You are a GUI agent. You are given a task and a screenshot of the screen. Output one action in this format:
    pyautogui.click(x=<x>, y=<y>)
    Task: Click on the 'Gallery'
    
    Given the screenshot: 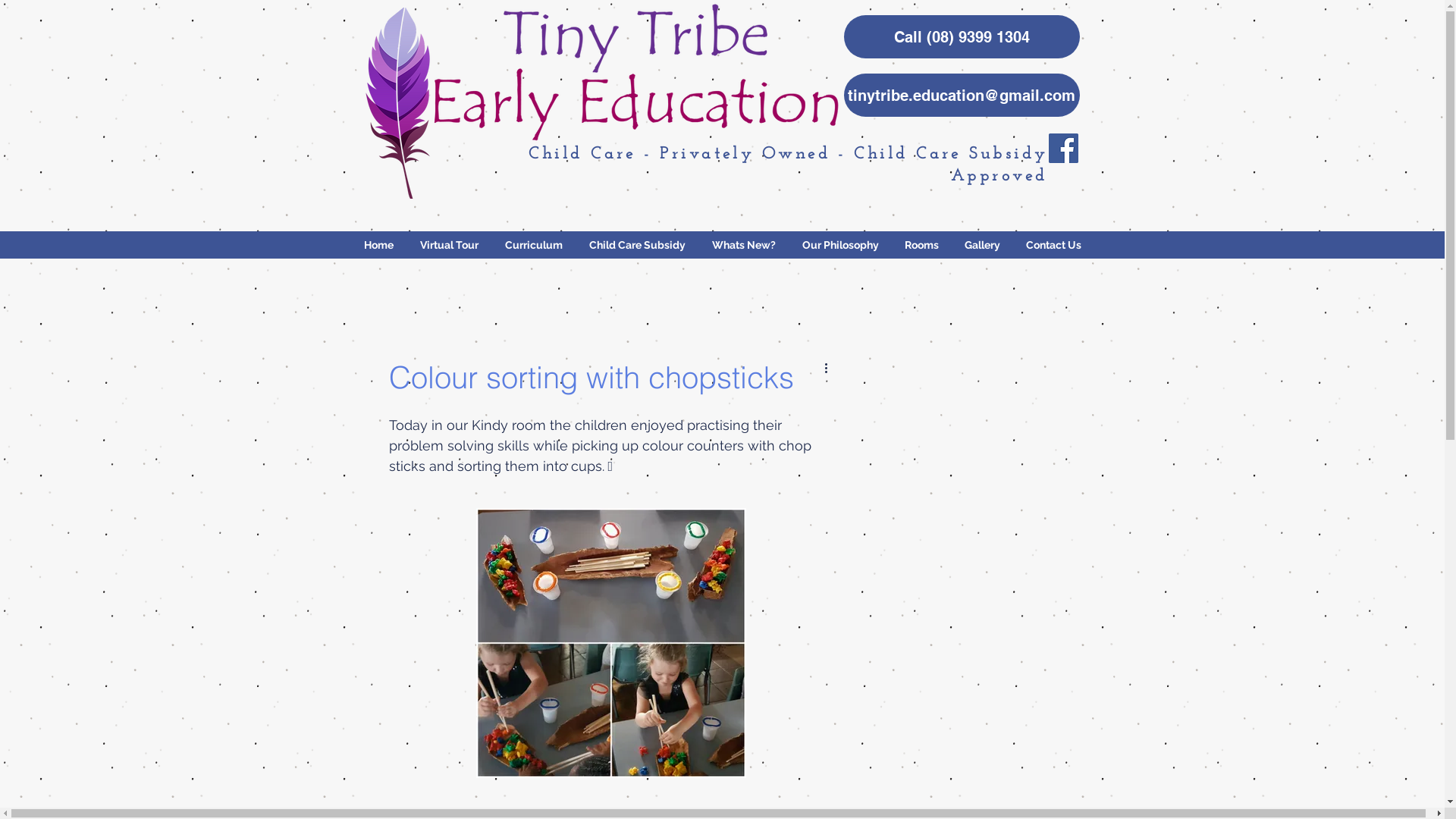 What is the action you would take?
    pyautogui.click(x=981, y=244)
    